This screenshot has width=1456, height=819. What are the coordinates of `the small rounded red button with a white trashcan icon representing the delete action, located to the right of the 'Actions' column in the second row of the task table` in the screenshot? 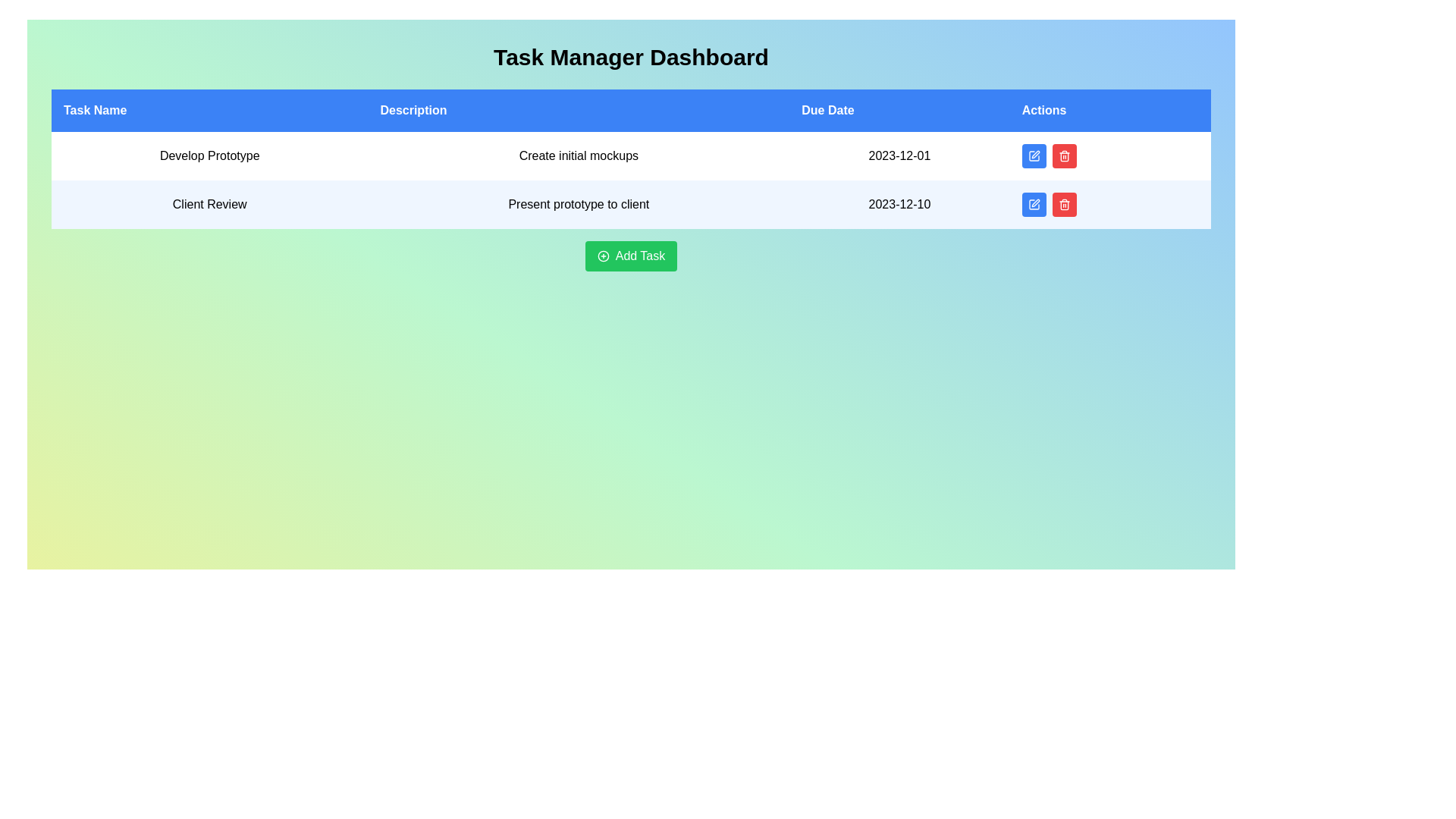 It's located at (1063, 205).